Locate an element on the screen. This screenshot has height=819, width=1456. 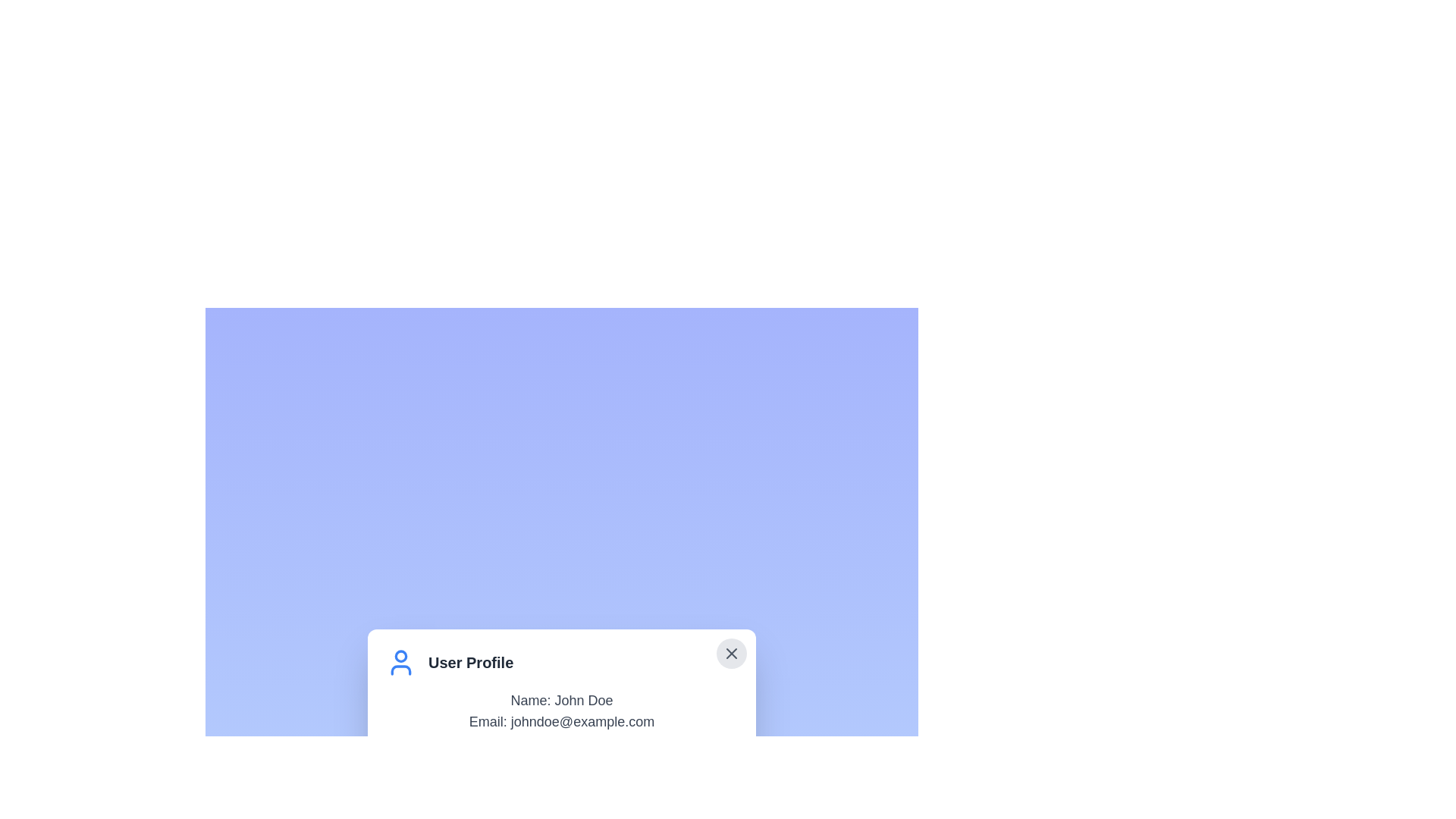
the circular close button with an 'X' icon at the top-right corner of the user profile dialog is located at coordinates (731, 652).